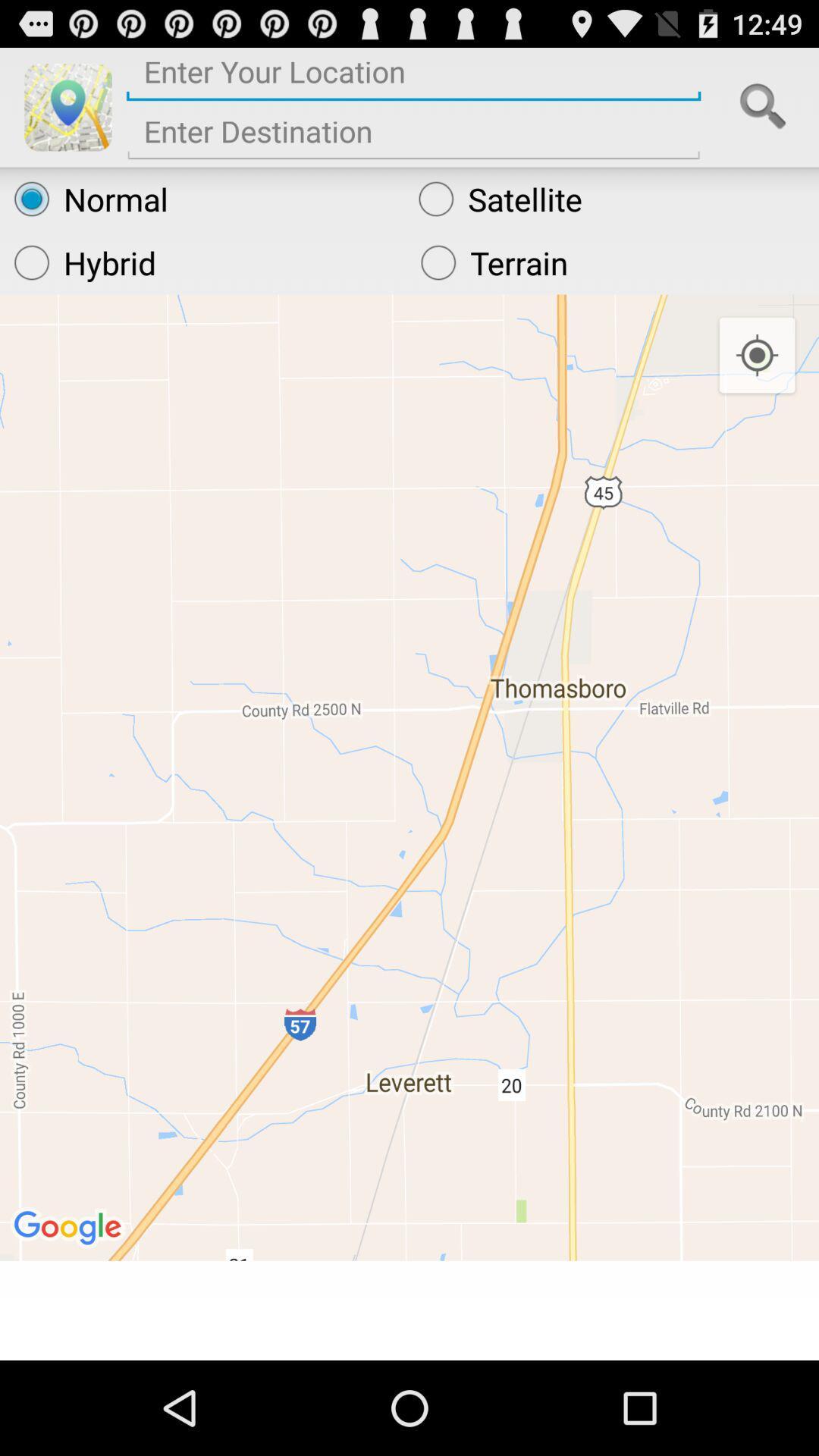  Describe the element at coordinates (612, 262) in the screenshot. I see `the radio button below the normal radio button` at that location.